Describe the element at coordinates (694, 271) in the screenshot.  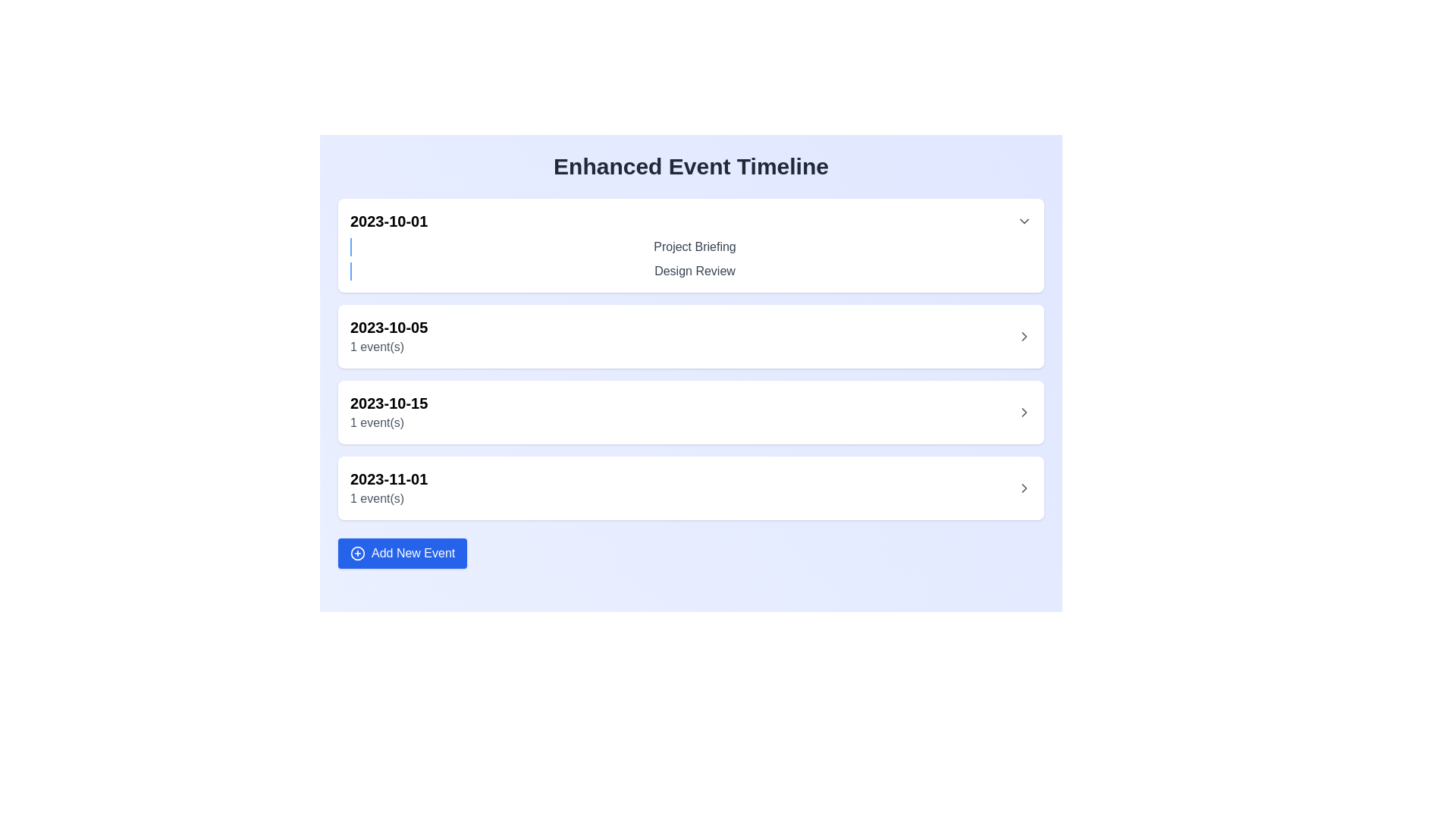
I see `the text label that serves as a title for an event in the timeline interface under the header '2023-10-01', positioned below 'Project Briefing'` at that location.